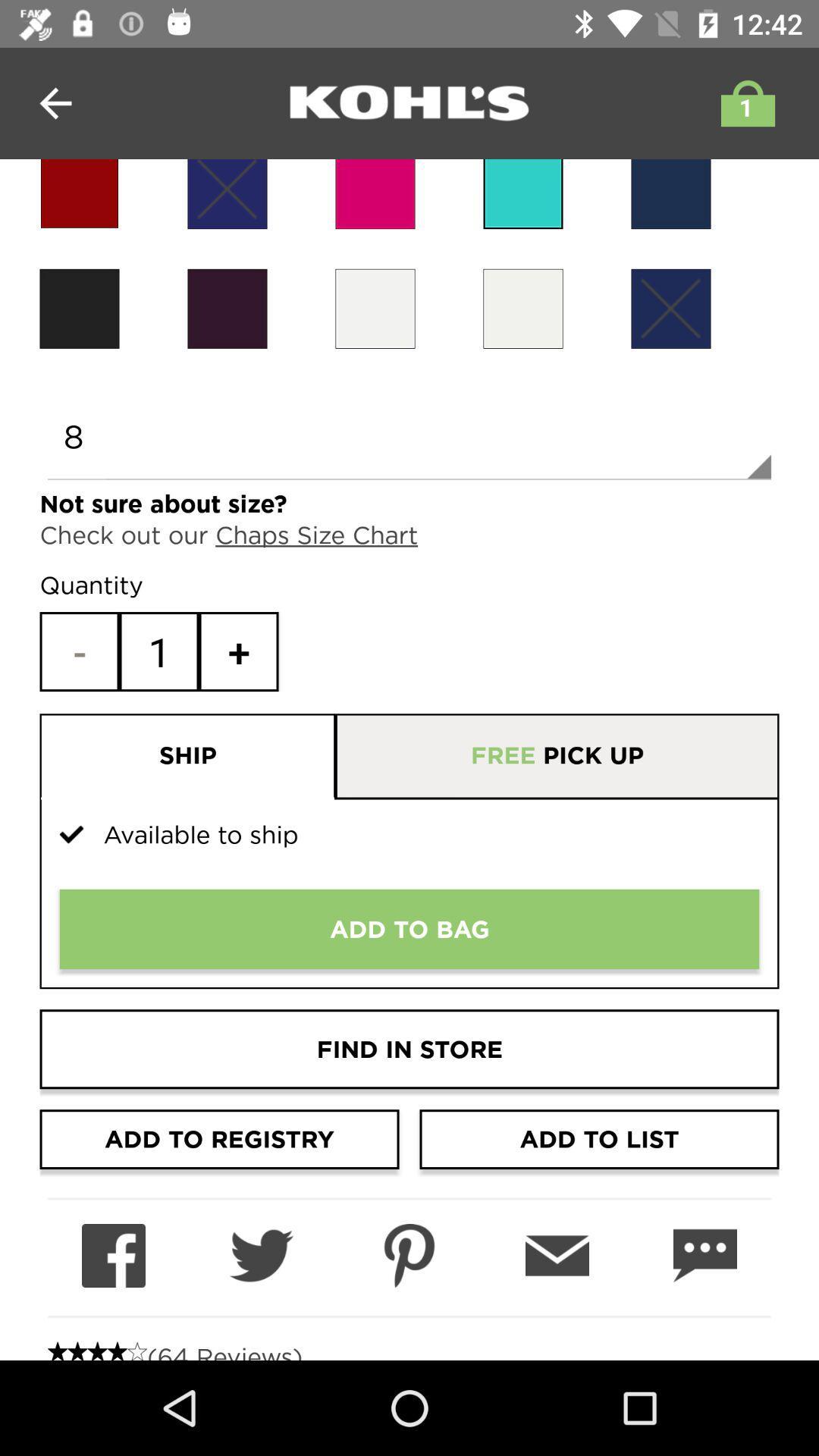  I want to click on the email icon, so click(557, 1256).